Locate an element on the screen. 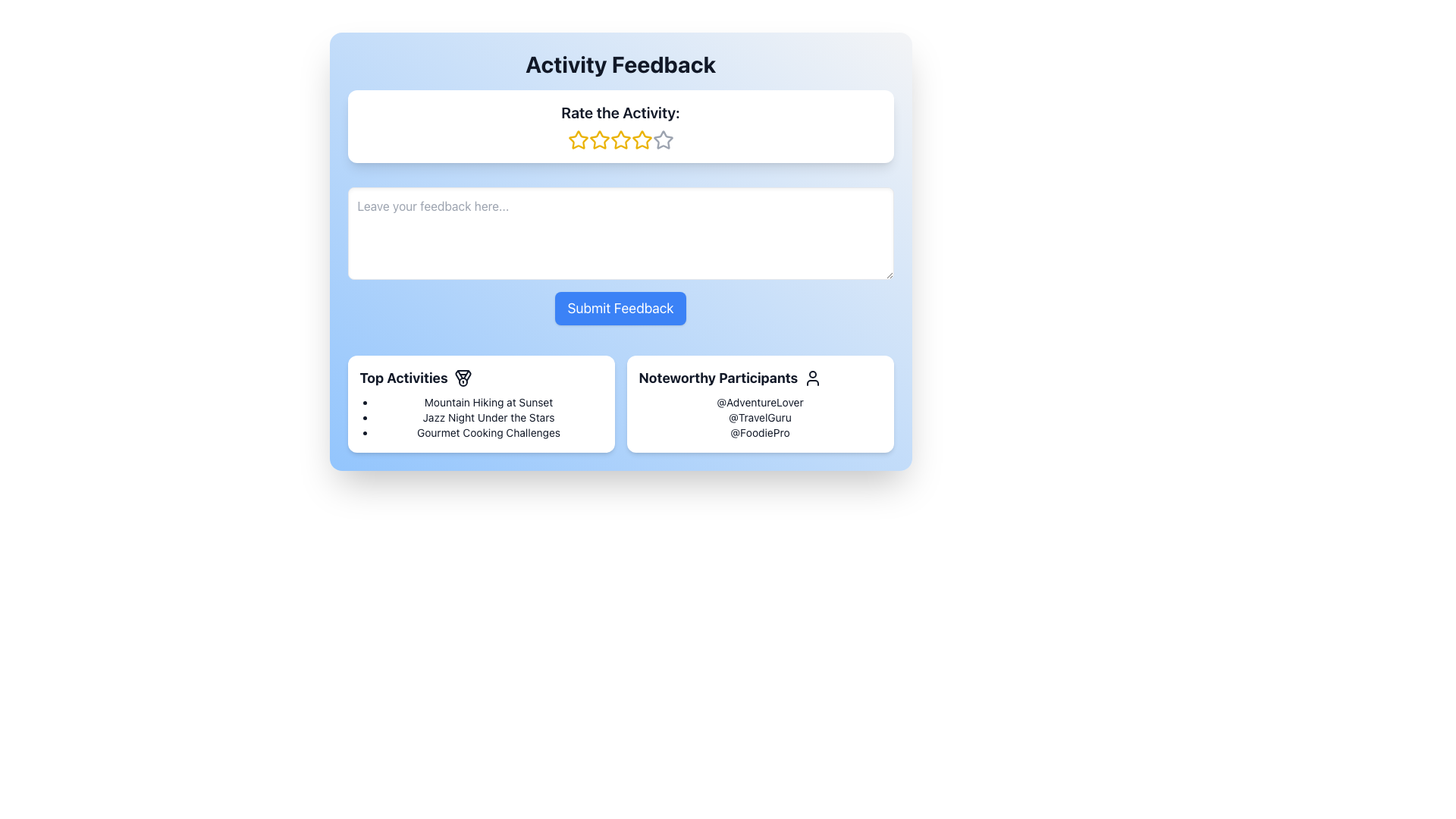 This screenshot has width=1456, height=819. the center of the second star icon for rating, located under 'Rate the Activity:' is located at coordinates (598, 140).